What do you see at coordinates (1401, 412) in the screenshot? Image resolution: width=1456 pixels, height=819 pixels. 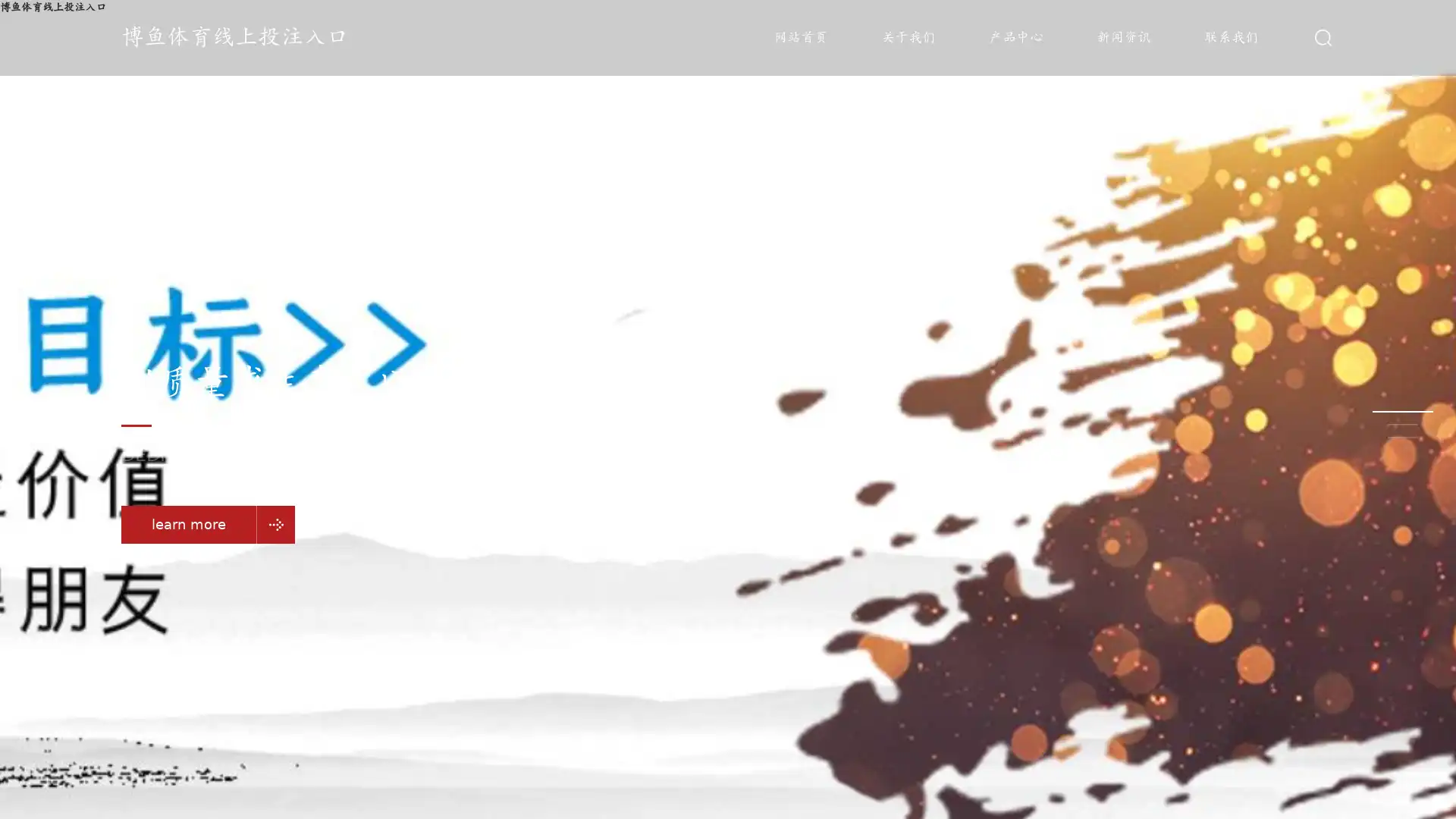 I see `Go to slide 1` at bounding box center [1401, 412].